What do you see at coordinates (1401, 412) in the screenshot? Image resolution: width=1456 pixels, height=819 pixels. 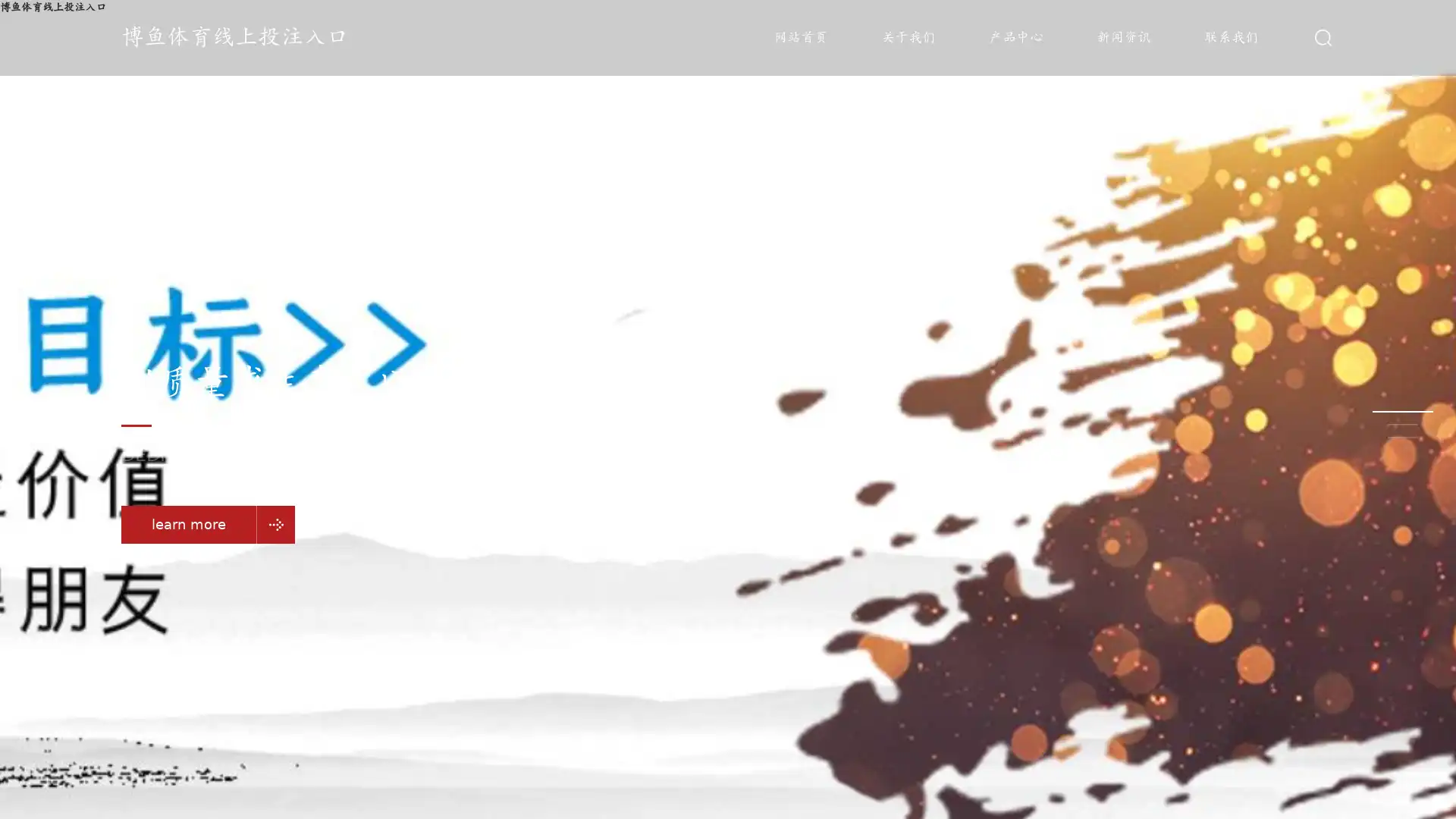 I see `Go to slide 1` at bounding box center [1401, 412].